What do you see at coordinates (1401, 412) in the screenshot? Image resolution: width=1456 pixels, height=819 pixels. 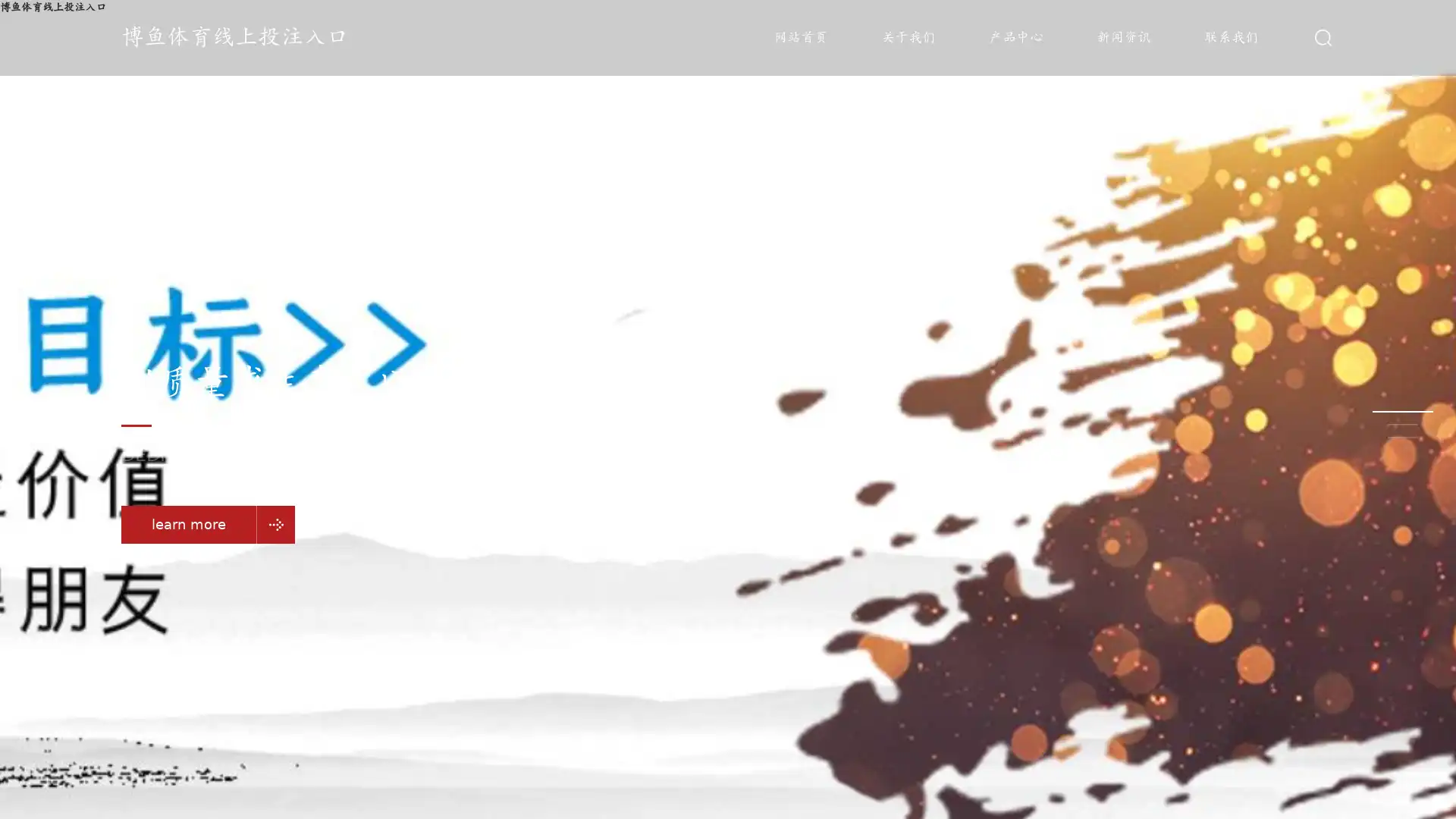 I see `Go to slide 1` at bounding box center [1401, 412].